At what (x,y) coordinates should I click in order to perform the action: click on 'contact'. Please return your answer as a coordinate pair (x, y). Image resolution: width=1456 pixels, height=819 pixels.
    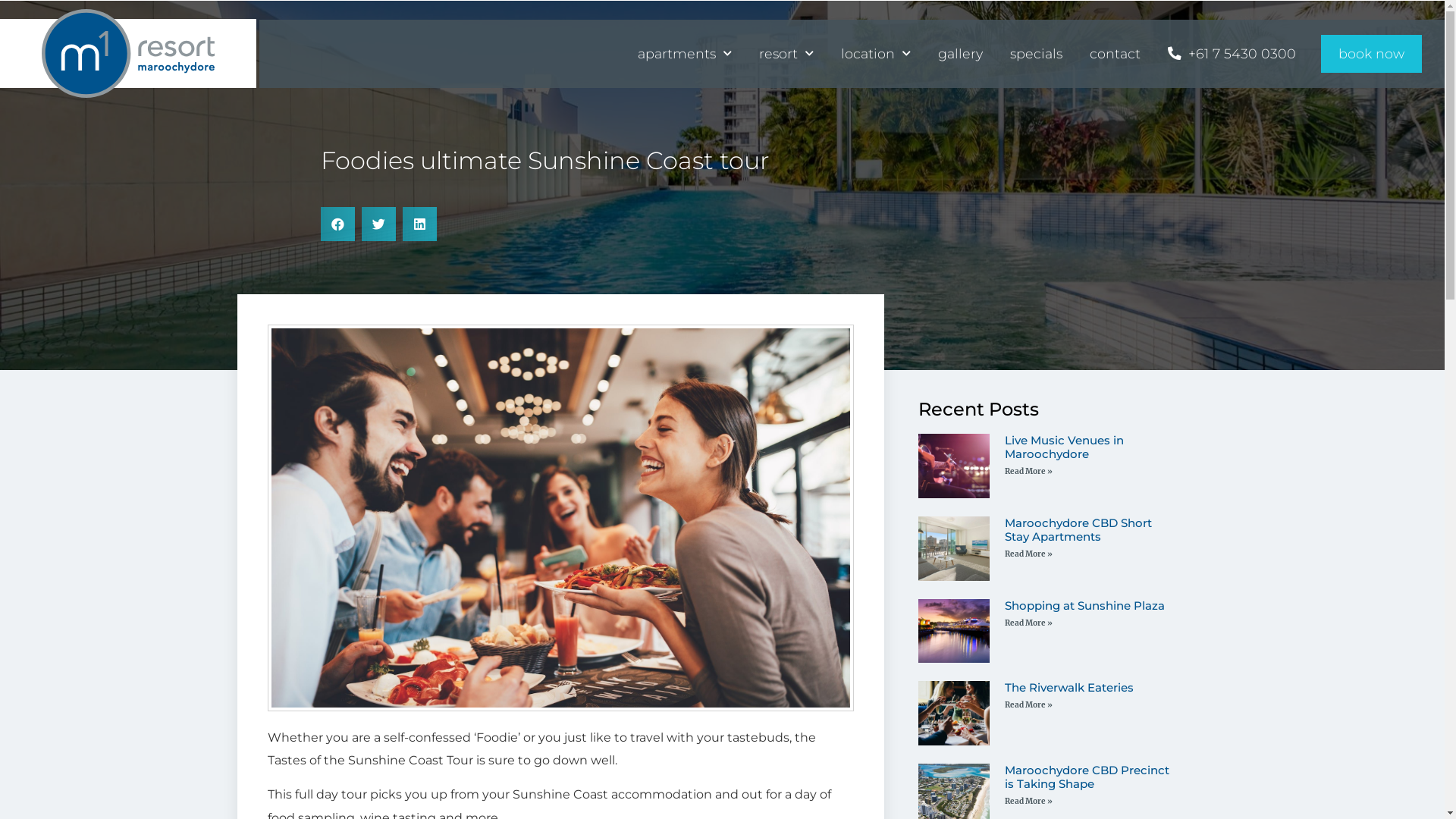
    Looking at the image, I should click on (1115, 52).